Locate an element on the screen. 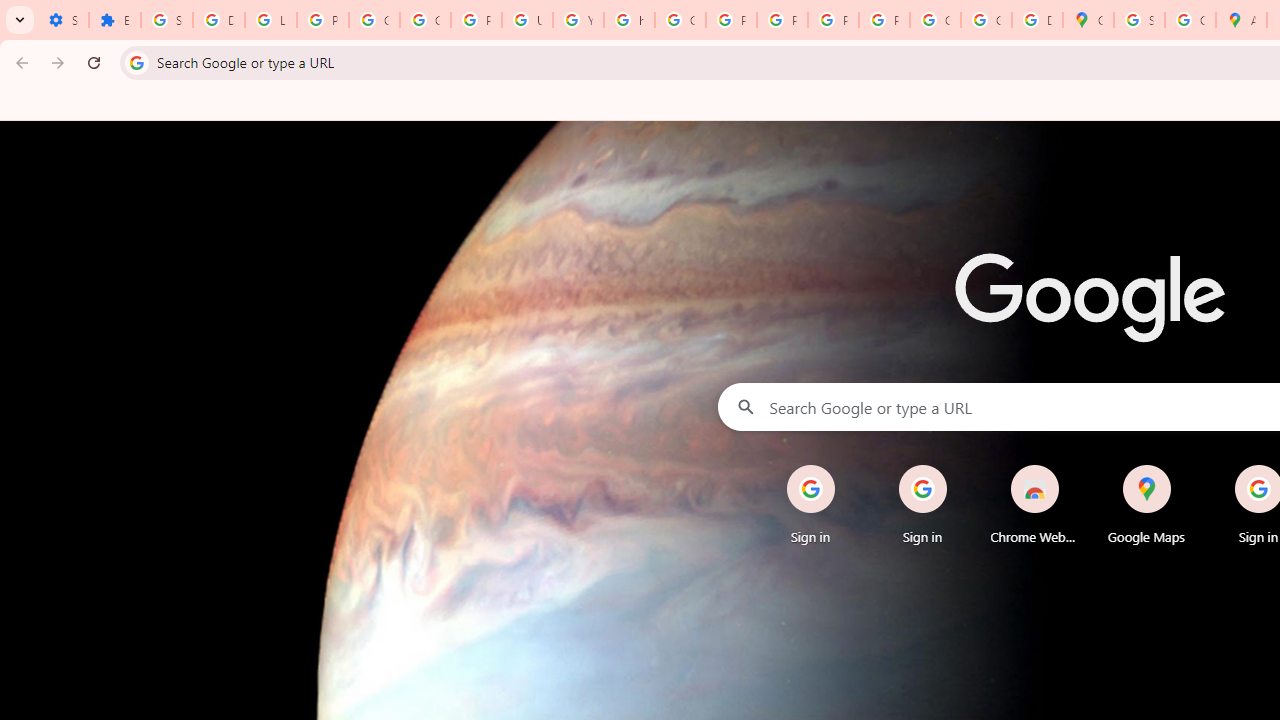 The width and height of the screenshot is (1280, 720). 'https://scholar.google.com/' is located at coordinates (628, 20).